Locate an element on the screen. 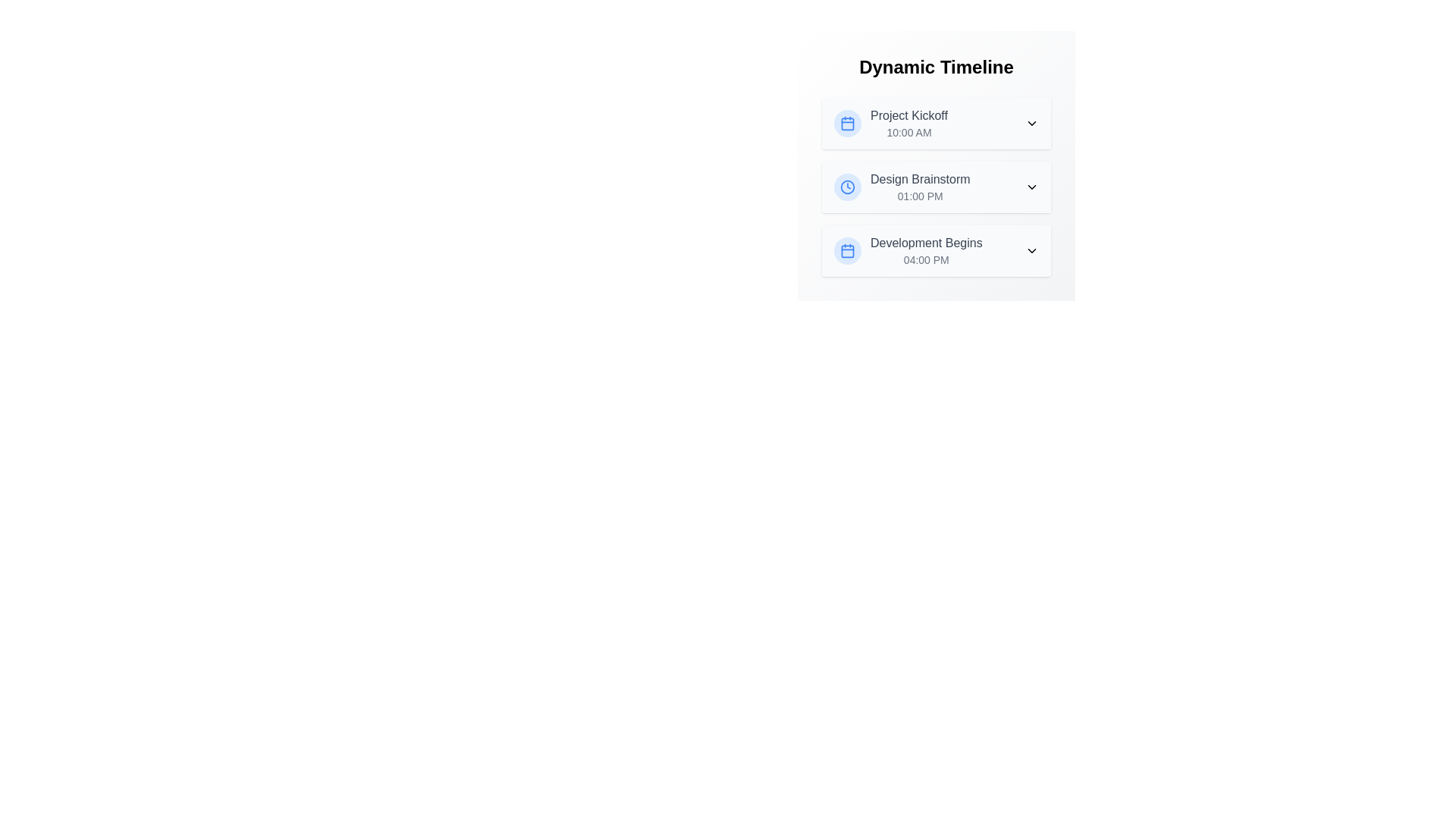 Image resolution: width=1456 pixels, height=819 pixels. the calendar icon representing the 'Project Kickoff' event in the Dynamic Timeline list, which is located to the left of the text 'Project Kickoff' and above the time label '10:00 AM' is located at coordinates (847, 122).